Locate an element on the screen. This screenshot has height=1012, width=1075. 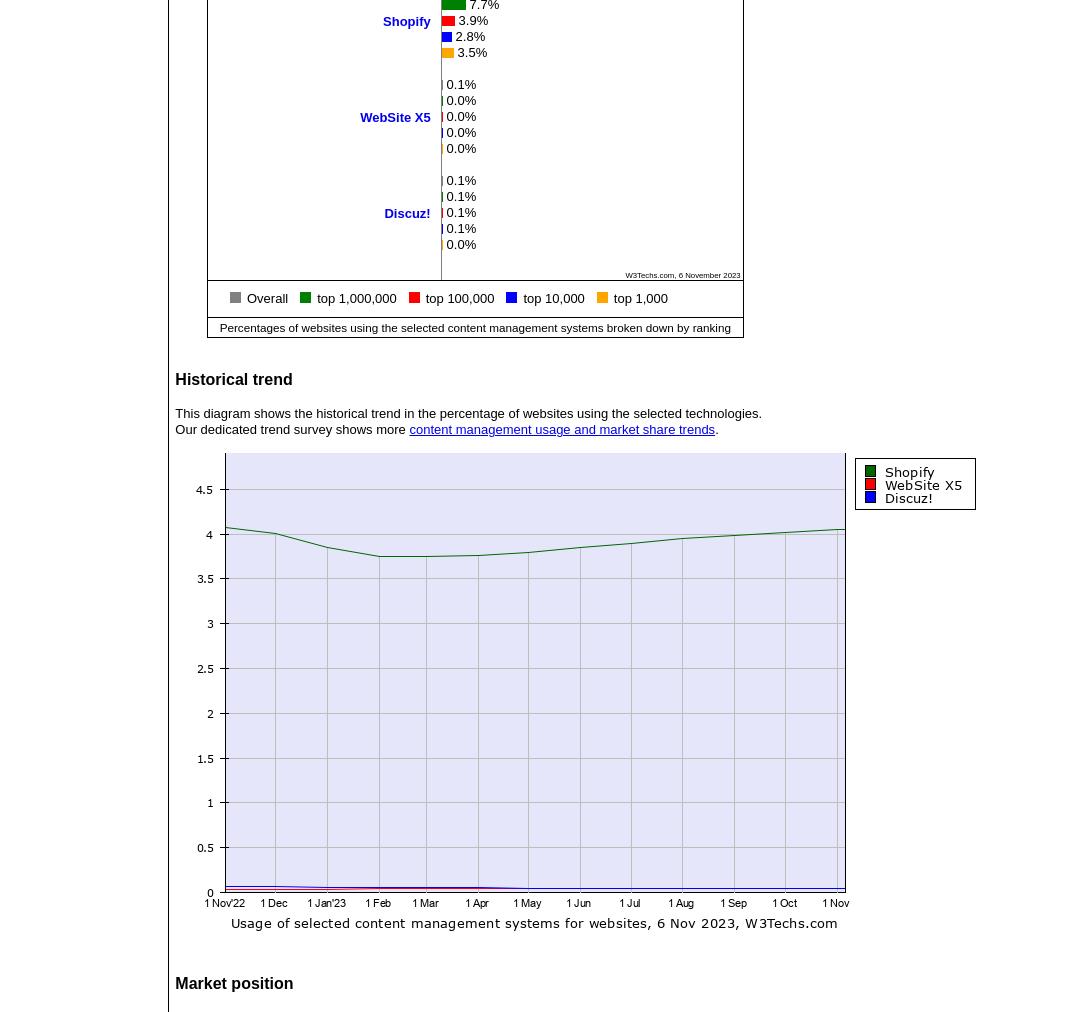
'.' is located at coordinates (713, 429).